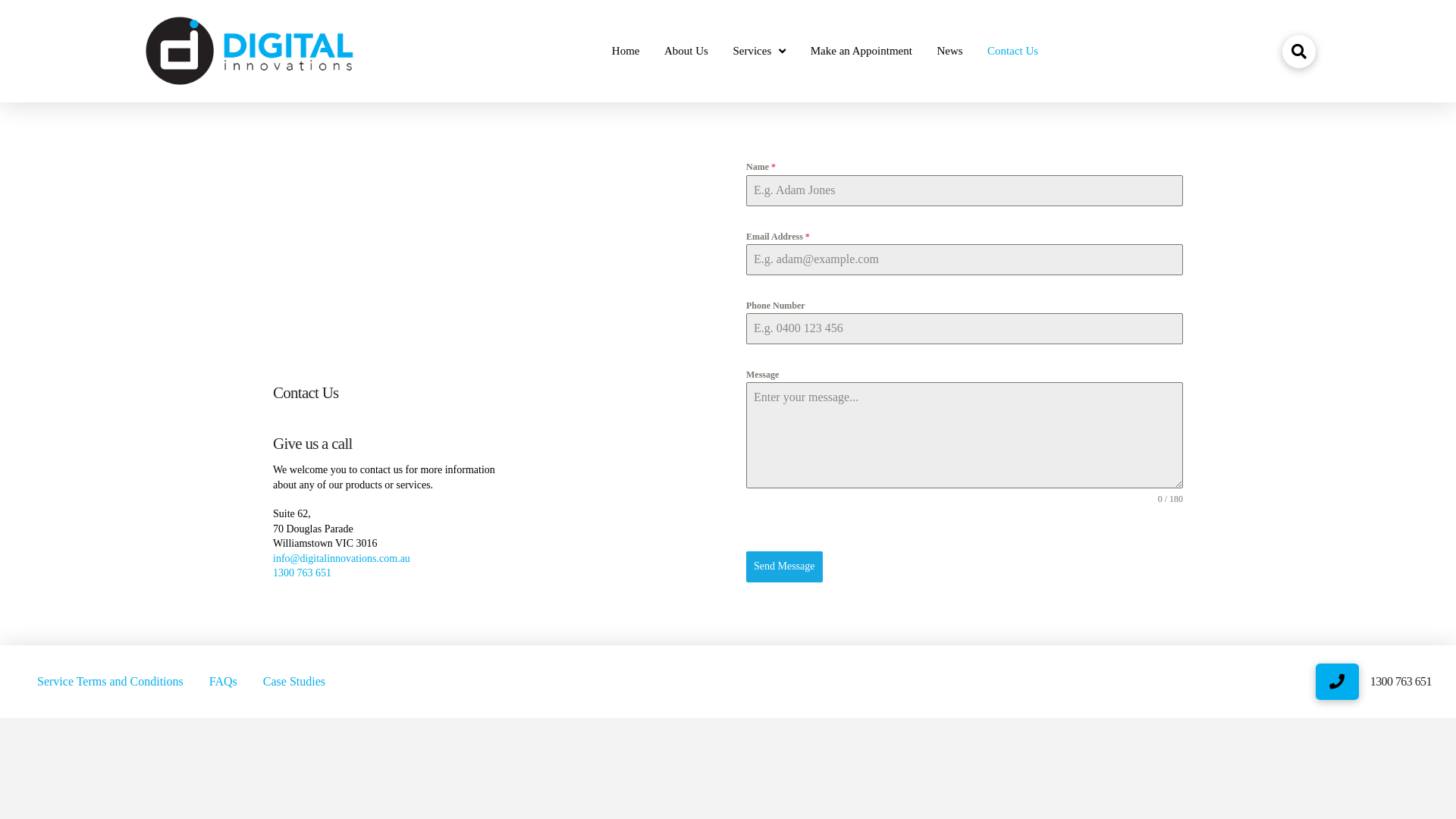  Describe the element at coordinates (626, 51) in the screenshot. I see `'Home'` at that location.